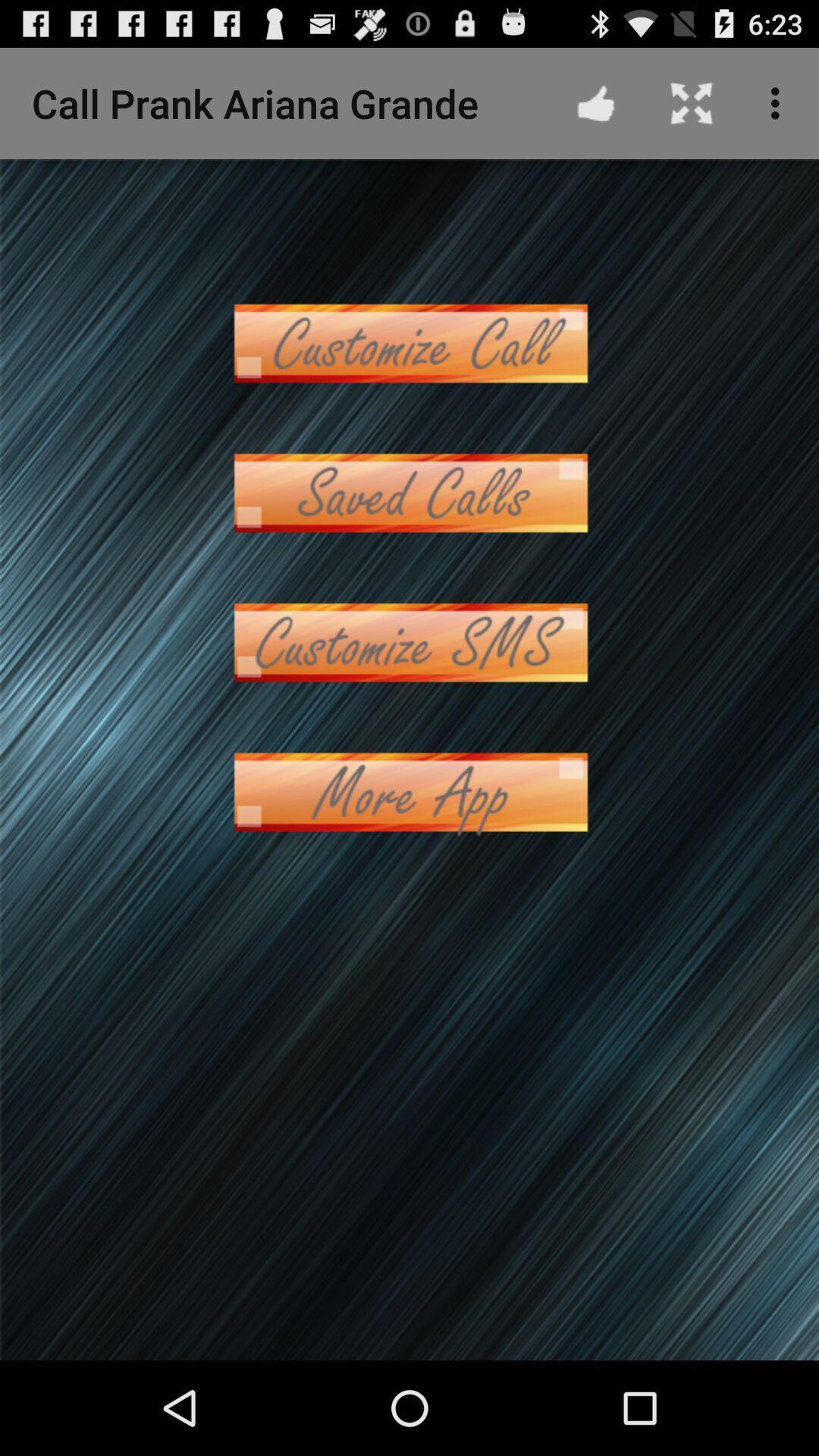 The height and width of the screenshot is (1456, 819). What do you see at coordinates (595, 102) in the screenshot?
I see `icon next to call prank ariana icon` at bounding box center [595, 102].